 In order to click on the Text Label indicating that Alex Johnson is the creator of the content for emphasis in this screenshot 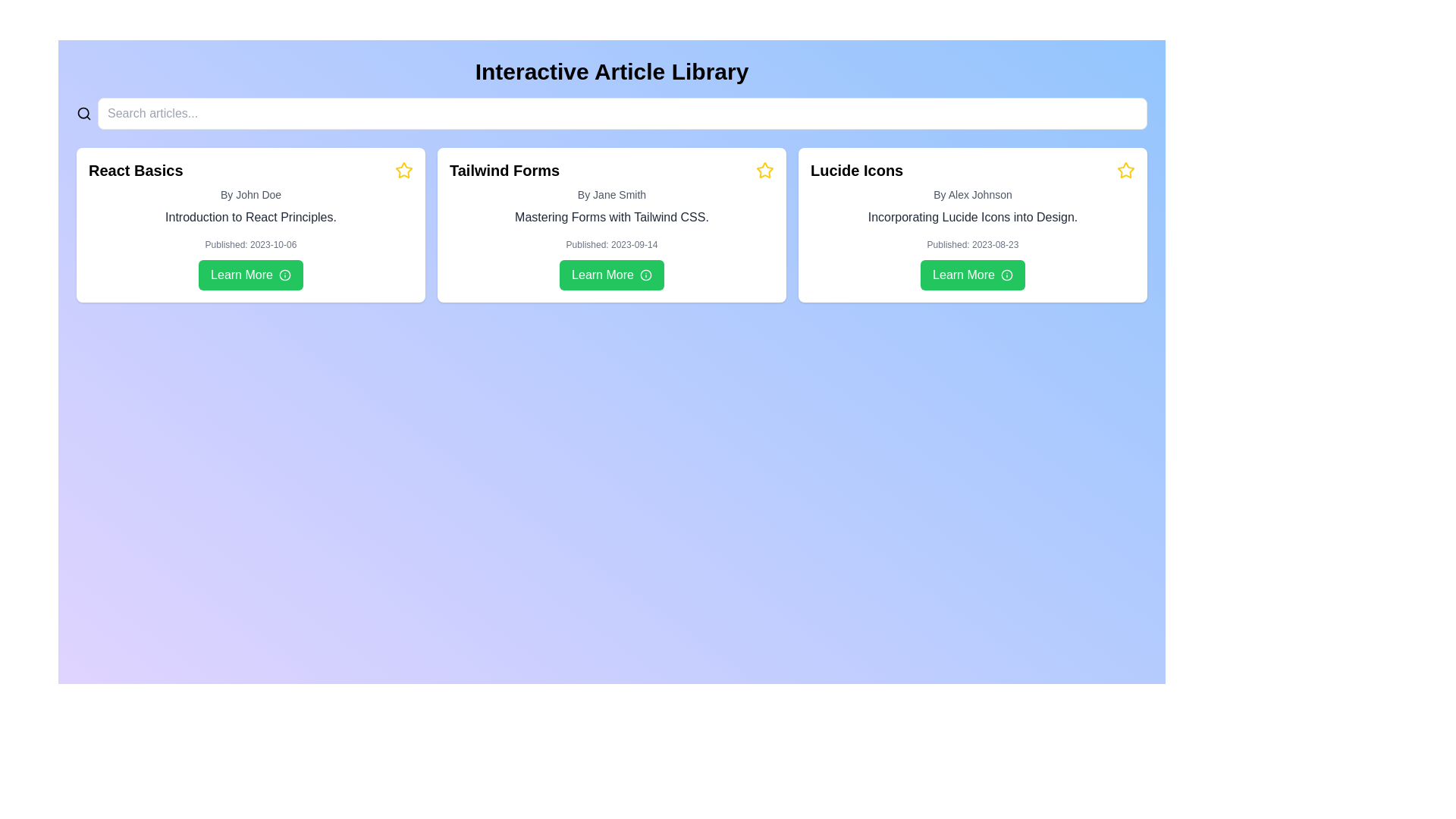, I will do `click(972, 194)`.